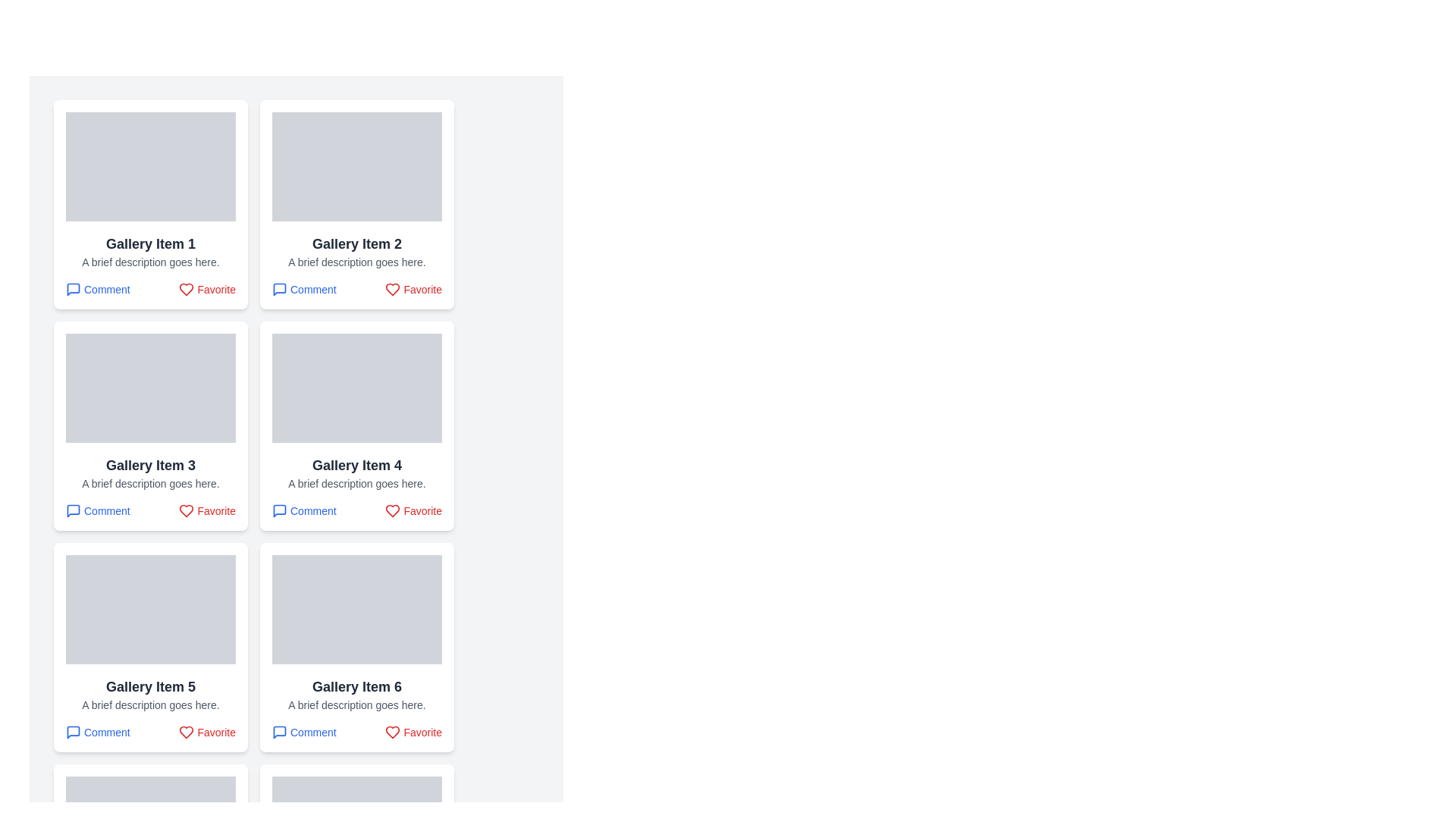  I want to click on the comment action icon located inside the 'Comment' grouping in the second card of the third row of the grid layout, so click(280, 511).